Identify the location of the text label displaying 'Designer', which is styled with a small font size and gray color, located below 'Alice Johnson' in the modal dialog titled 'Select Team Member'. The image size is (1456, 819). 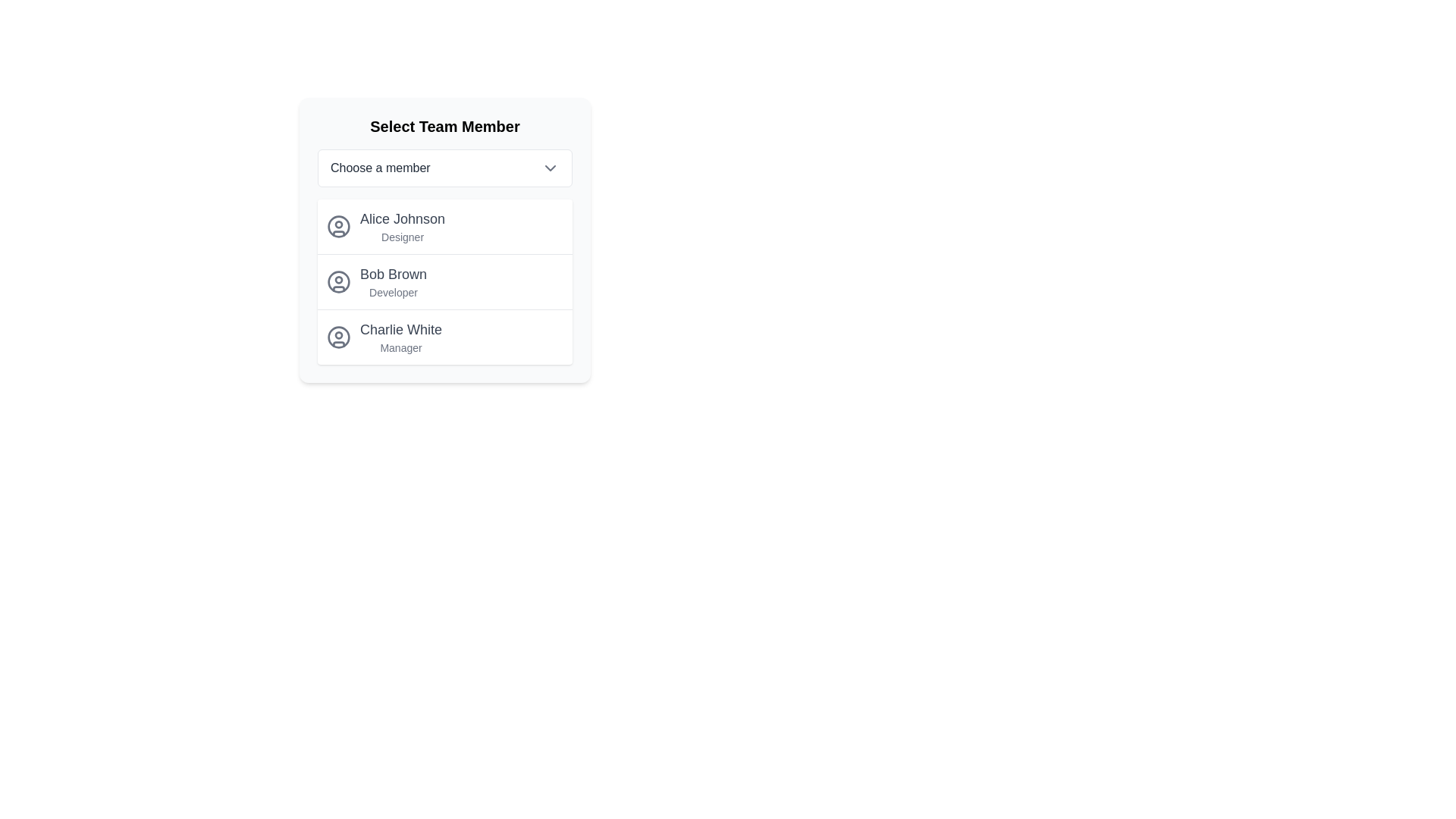
(403, 237).